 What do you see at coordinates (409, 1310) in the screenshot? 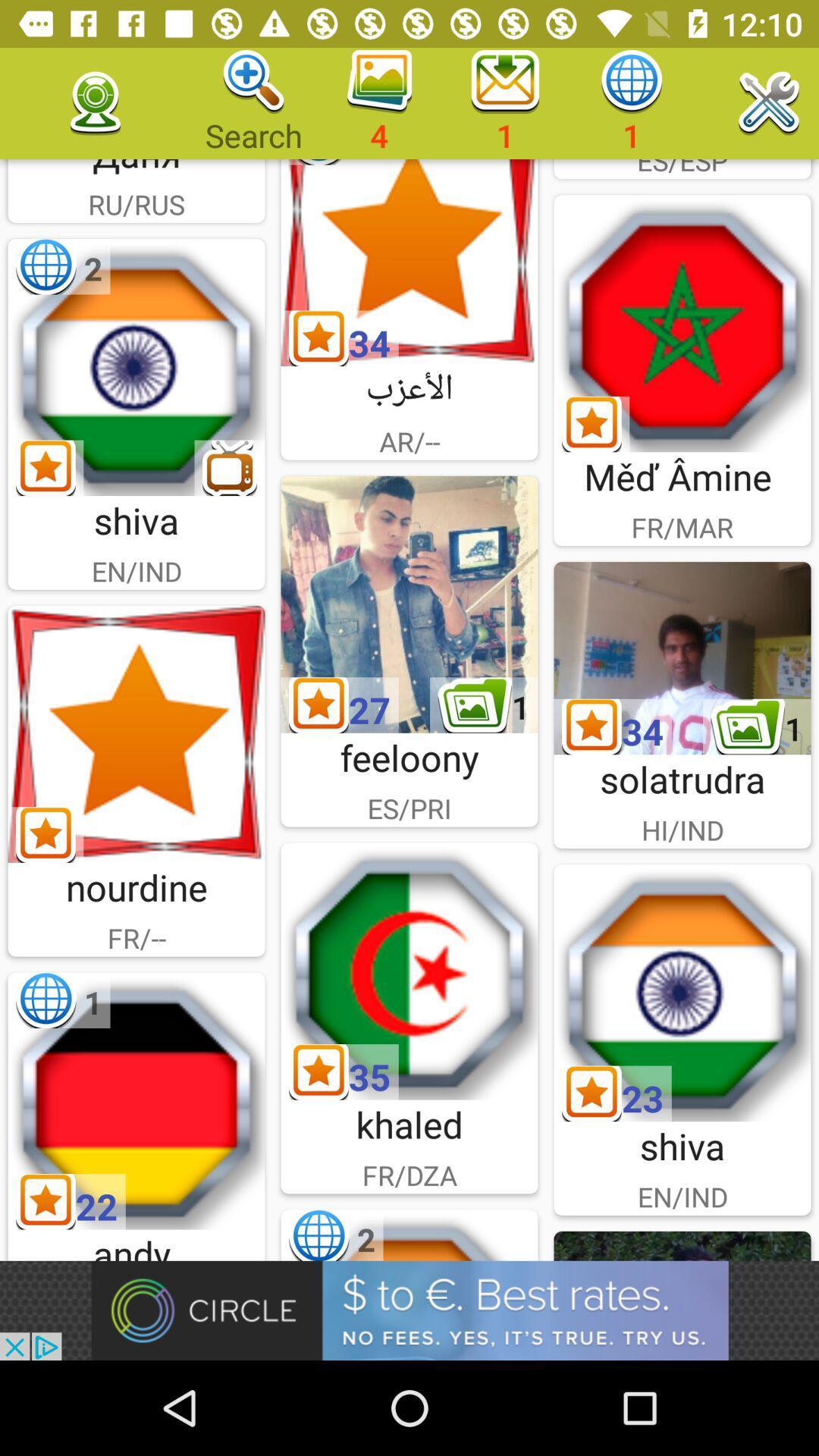
I see `advertisement` at bounding box center [409, 1310].